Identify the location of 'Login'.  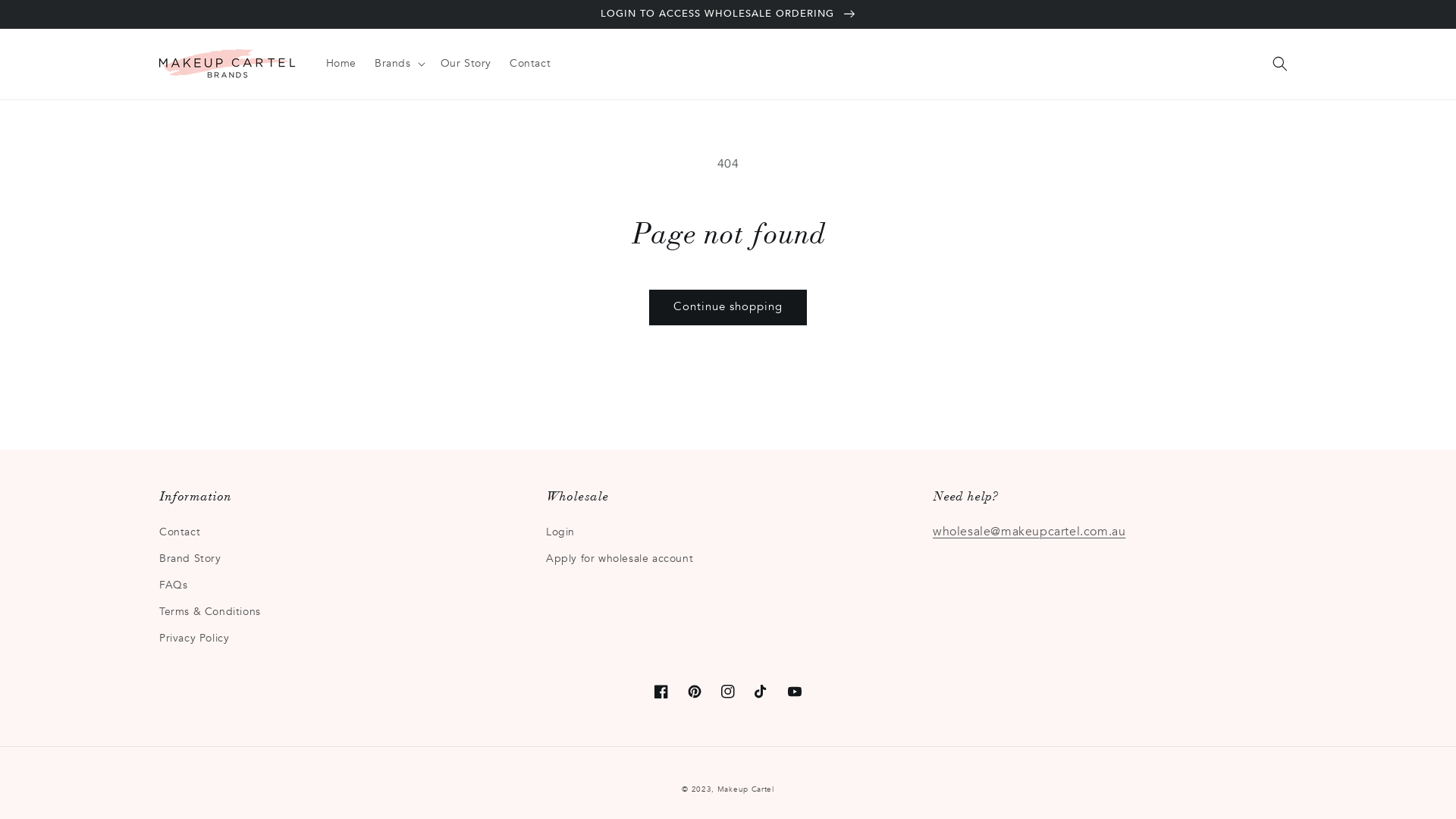
(560, 533).